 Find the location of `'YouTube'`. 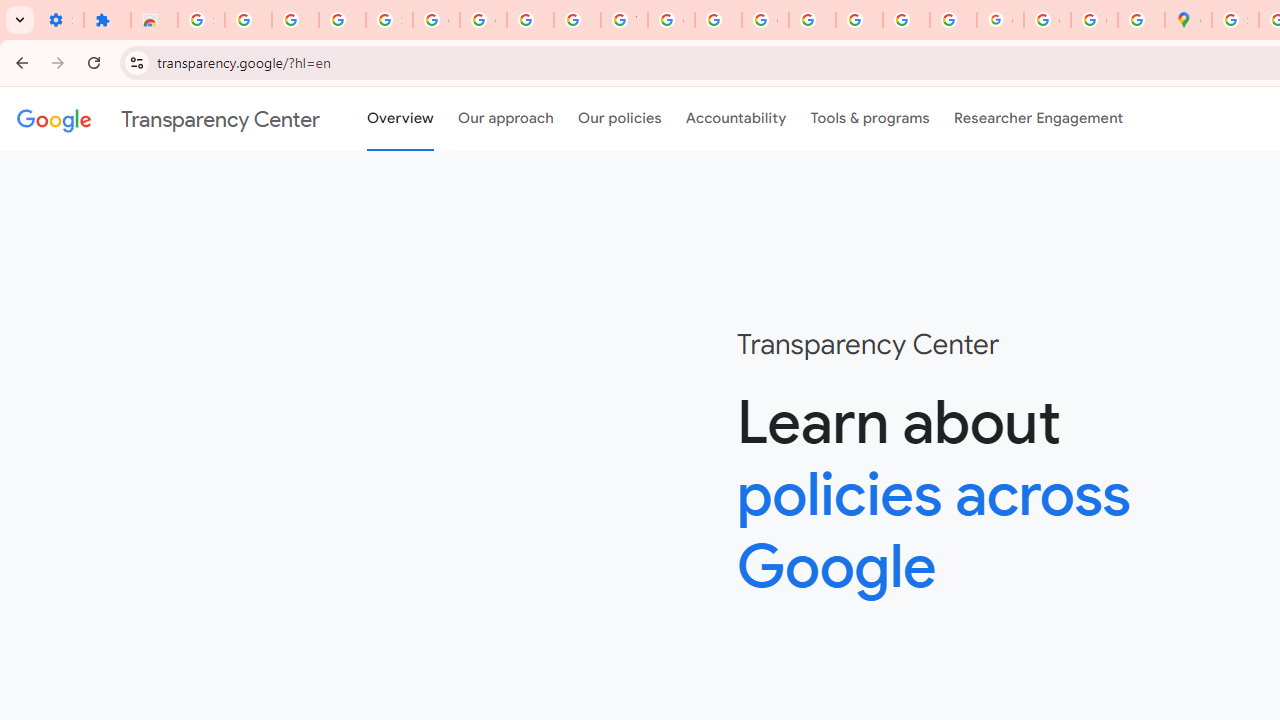

'YouTube' is located at coordinates (623, 20).